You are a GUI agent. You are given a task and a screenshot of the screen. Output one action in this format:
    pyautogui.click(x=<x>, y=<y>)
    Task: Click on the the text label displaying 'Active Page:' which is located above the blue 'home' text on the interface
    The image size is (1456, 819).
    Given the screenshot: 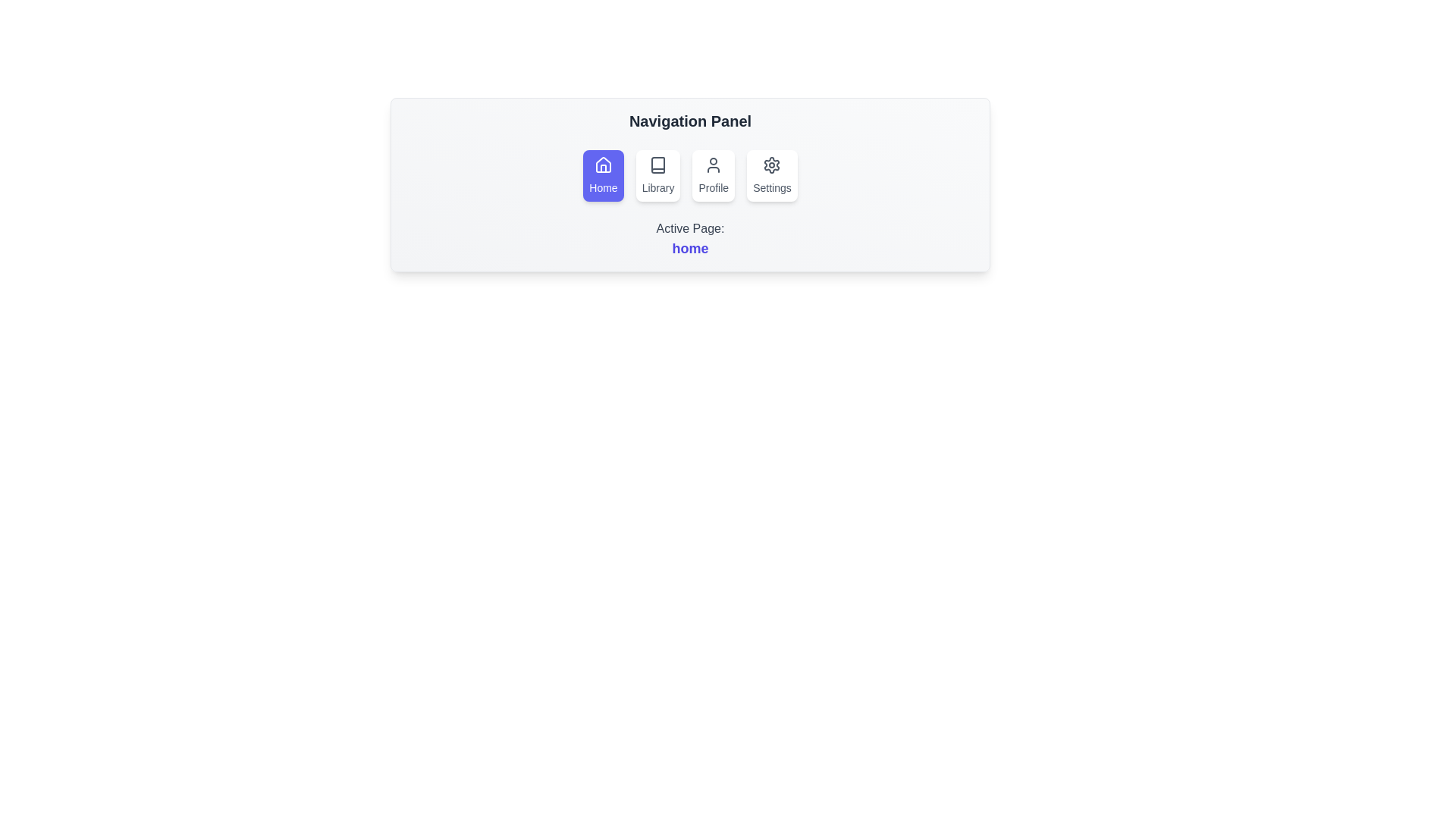 What is the action you would take?
    pyautogui.click(x=689, y=228)
    